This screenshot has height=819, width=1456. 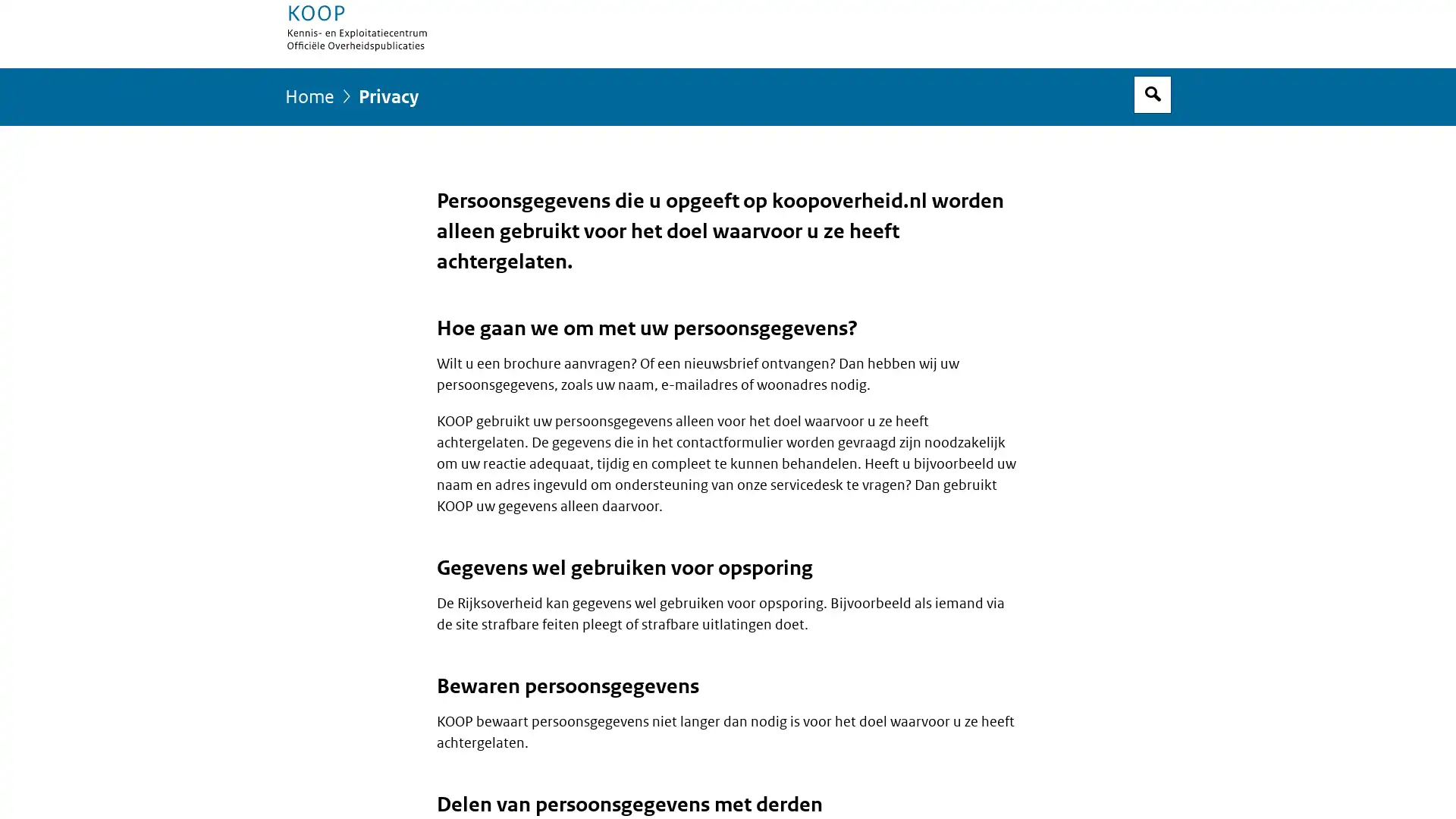 What do you see at coordinates (1153, 94) in the screenshot?
I see `Open zoekveld` at bounding box center [1153, 94].